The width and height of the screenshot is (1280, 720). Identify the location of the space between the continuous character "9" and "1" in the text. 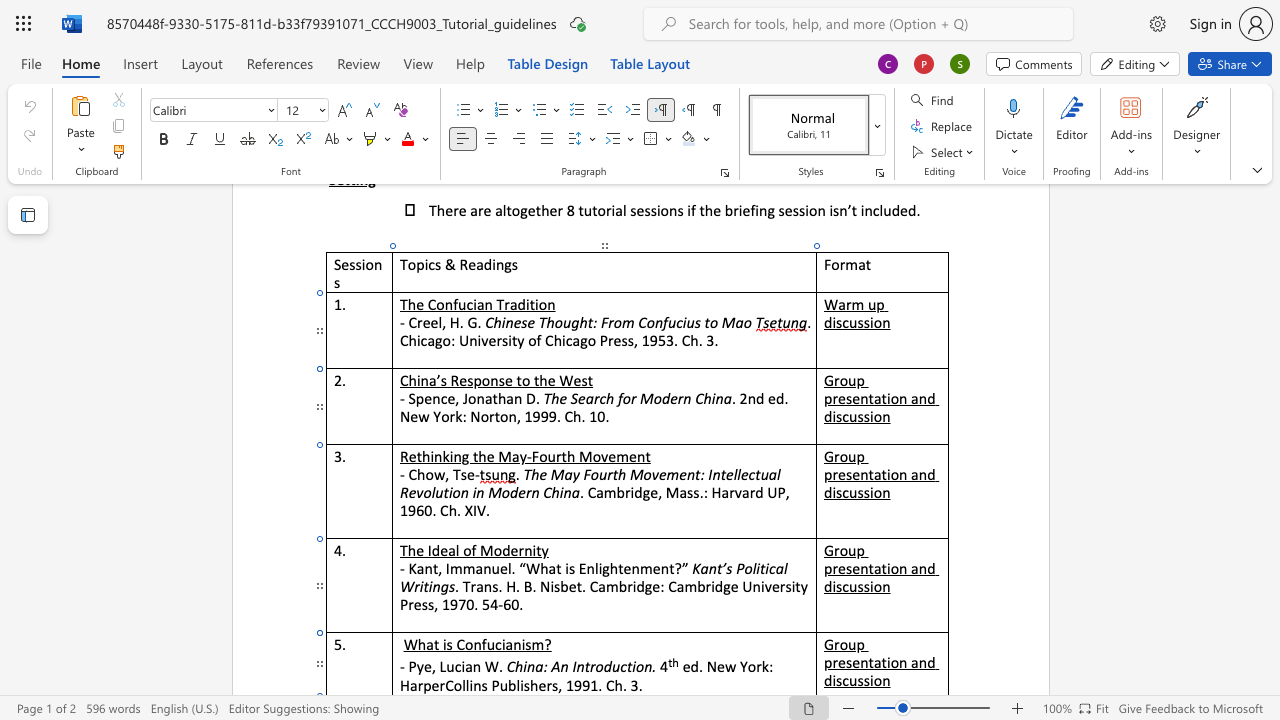
(589, 684).